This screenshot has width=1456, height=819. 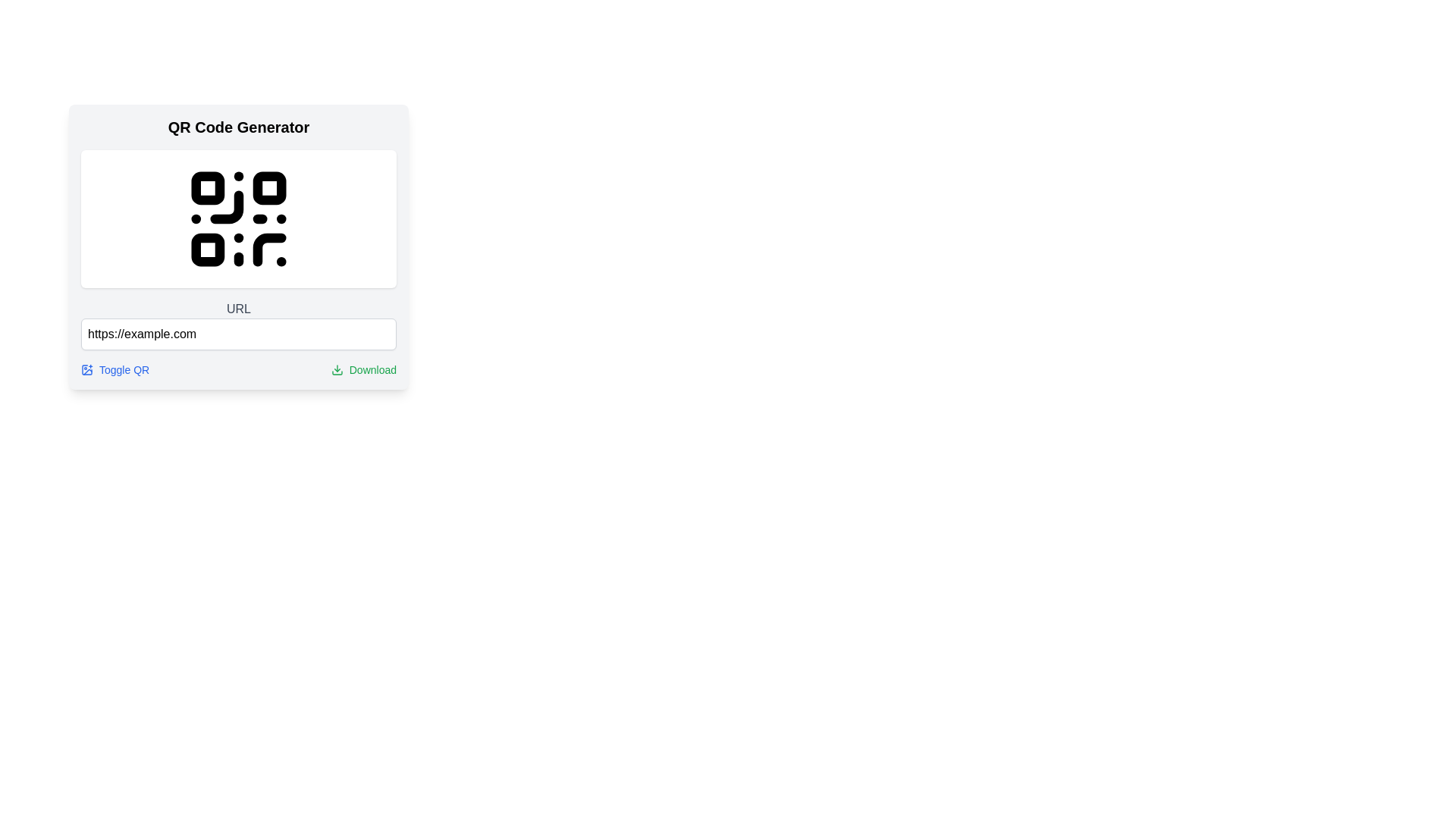 What do you see at coordinates (86, 370) in the screenshot?
I see `the blue icon with a plus sign located adjacent to the blue text 'Toggle QR' in the bottom-left corner of the card containing the QR code and URL input field` at bounding box center [86, 370].